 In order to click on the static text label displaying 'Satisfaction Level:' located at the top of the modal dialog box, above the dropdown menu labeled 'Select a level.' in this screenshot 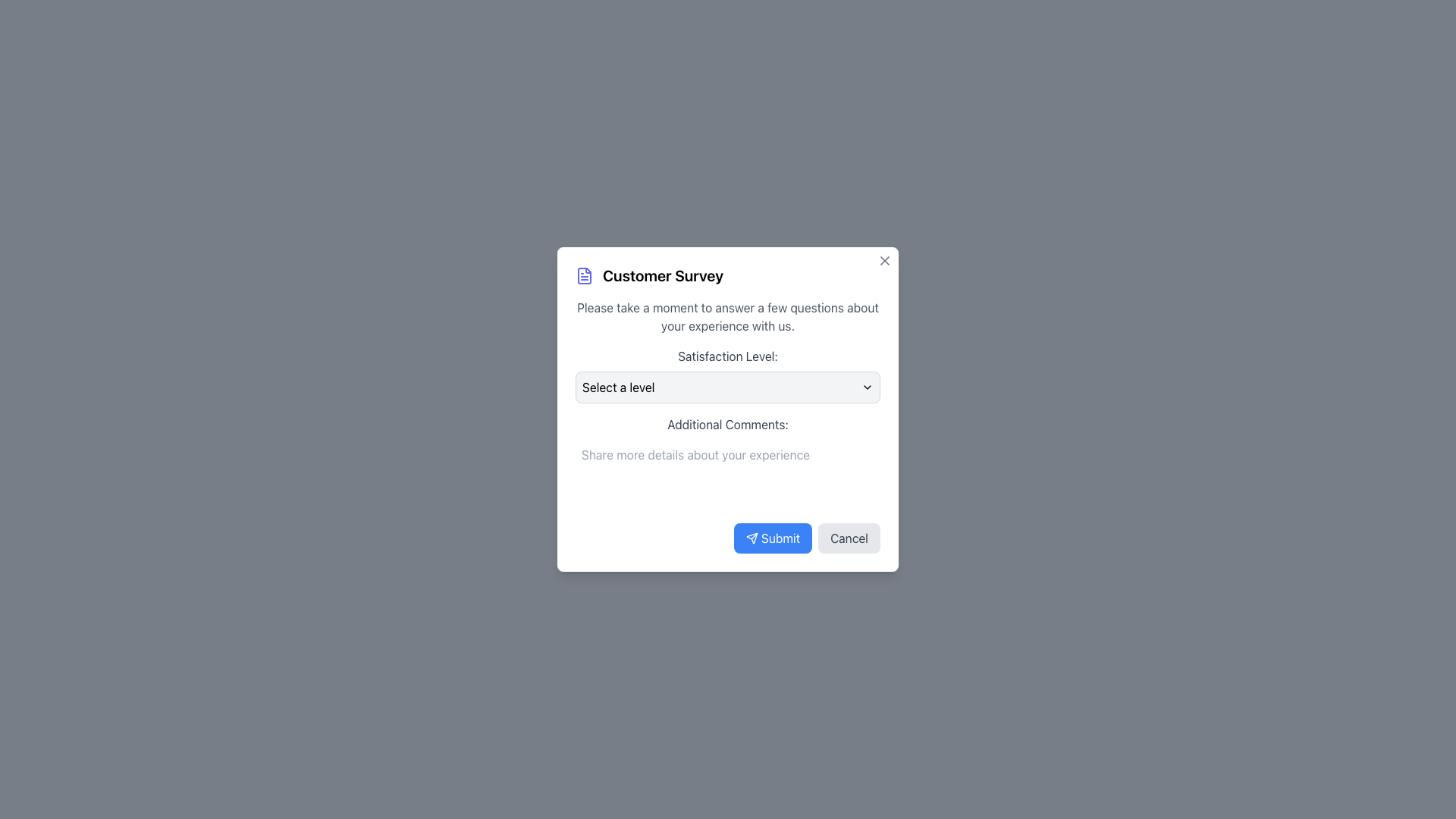, I will do `click(728, 356)`.